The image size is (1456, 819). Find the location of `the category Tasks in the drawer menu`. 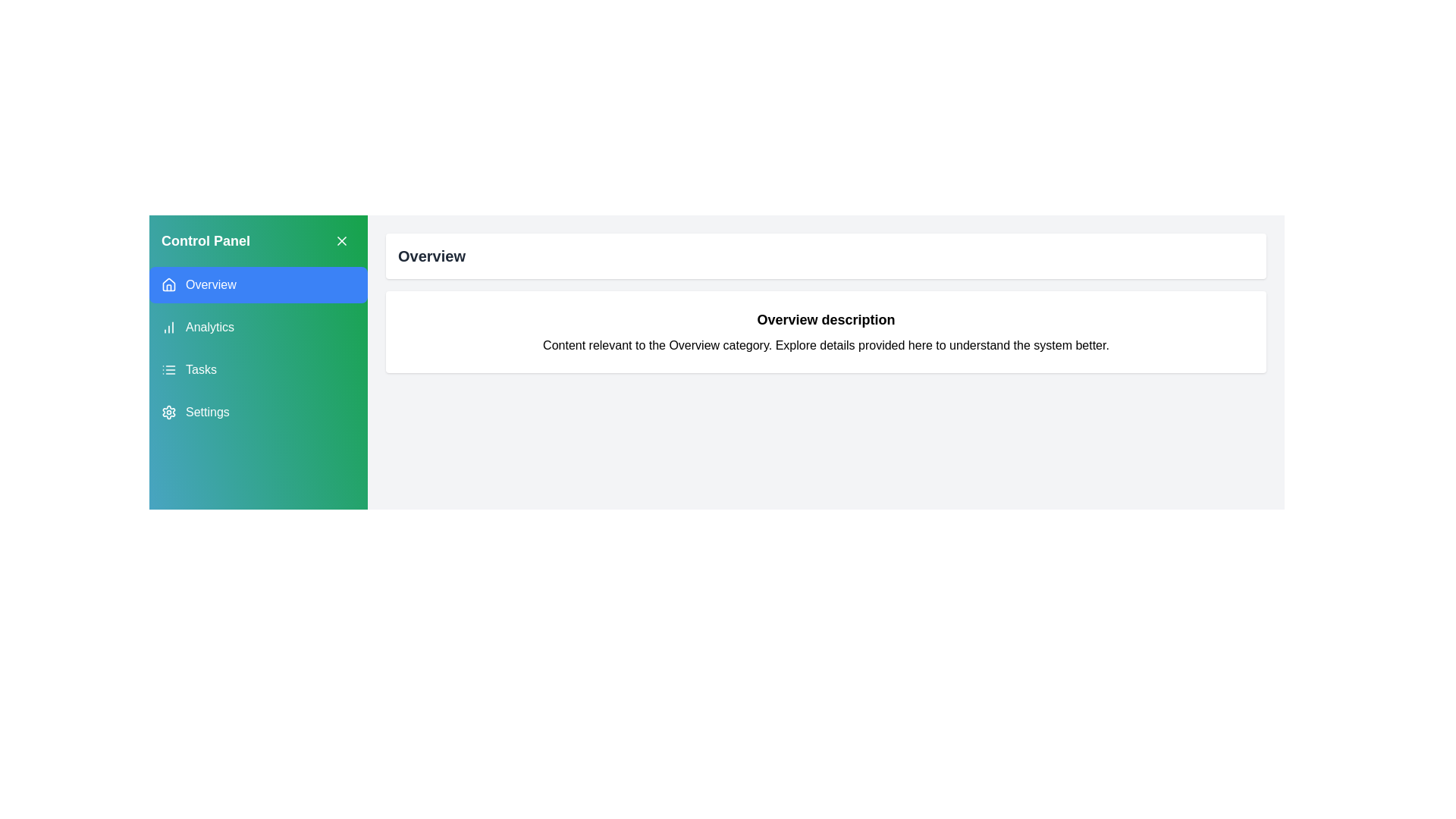

the category Tasks in the drawer menu is located at coordinates (258, 370).